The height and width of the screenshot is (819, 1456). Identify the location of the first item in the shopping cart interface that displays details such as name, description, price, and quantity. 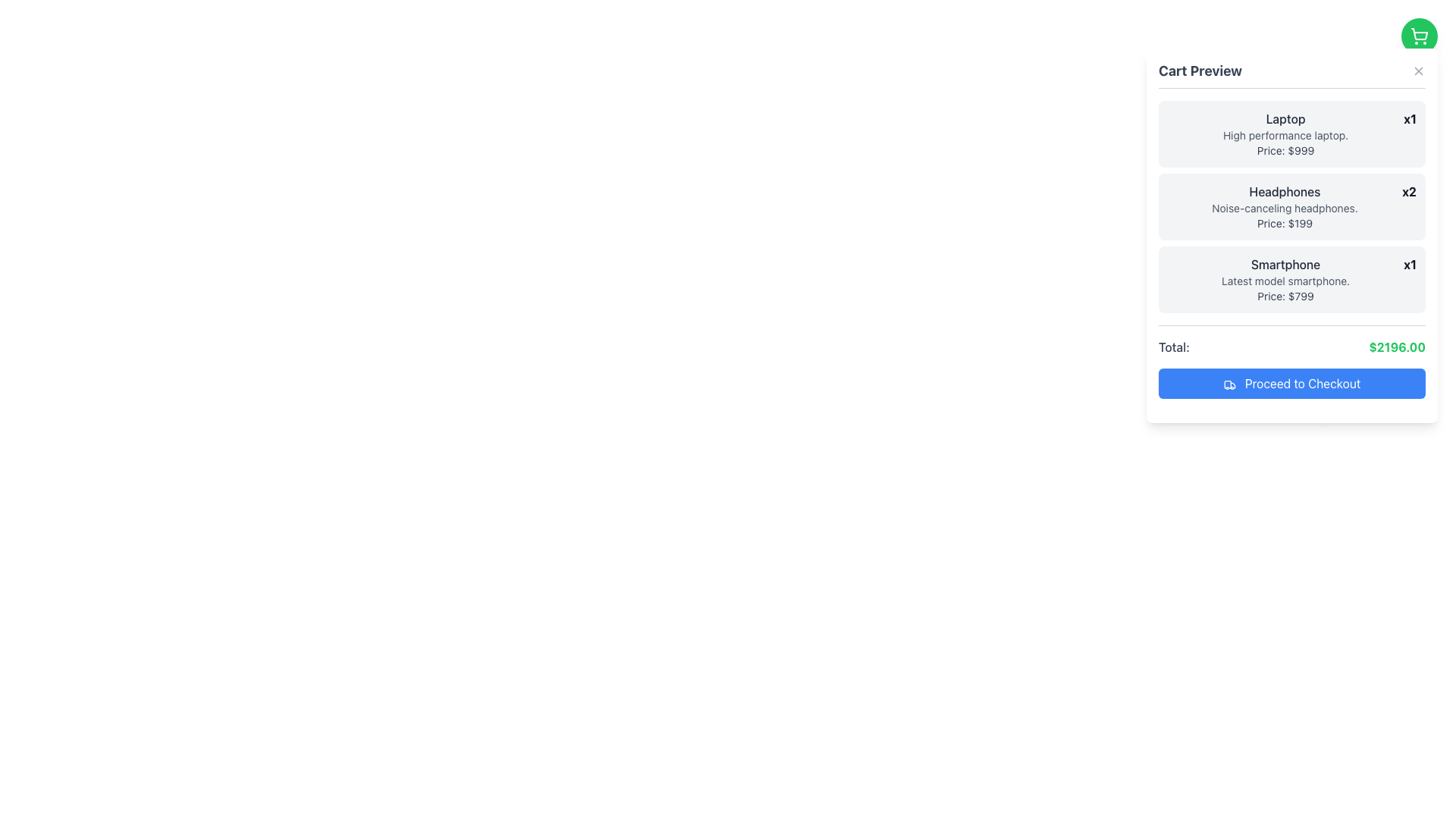
(1291, 133).